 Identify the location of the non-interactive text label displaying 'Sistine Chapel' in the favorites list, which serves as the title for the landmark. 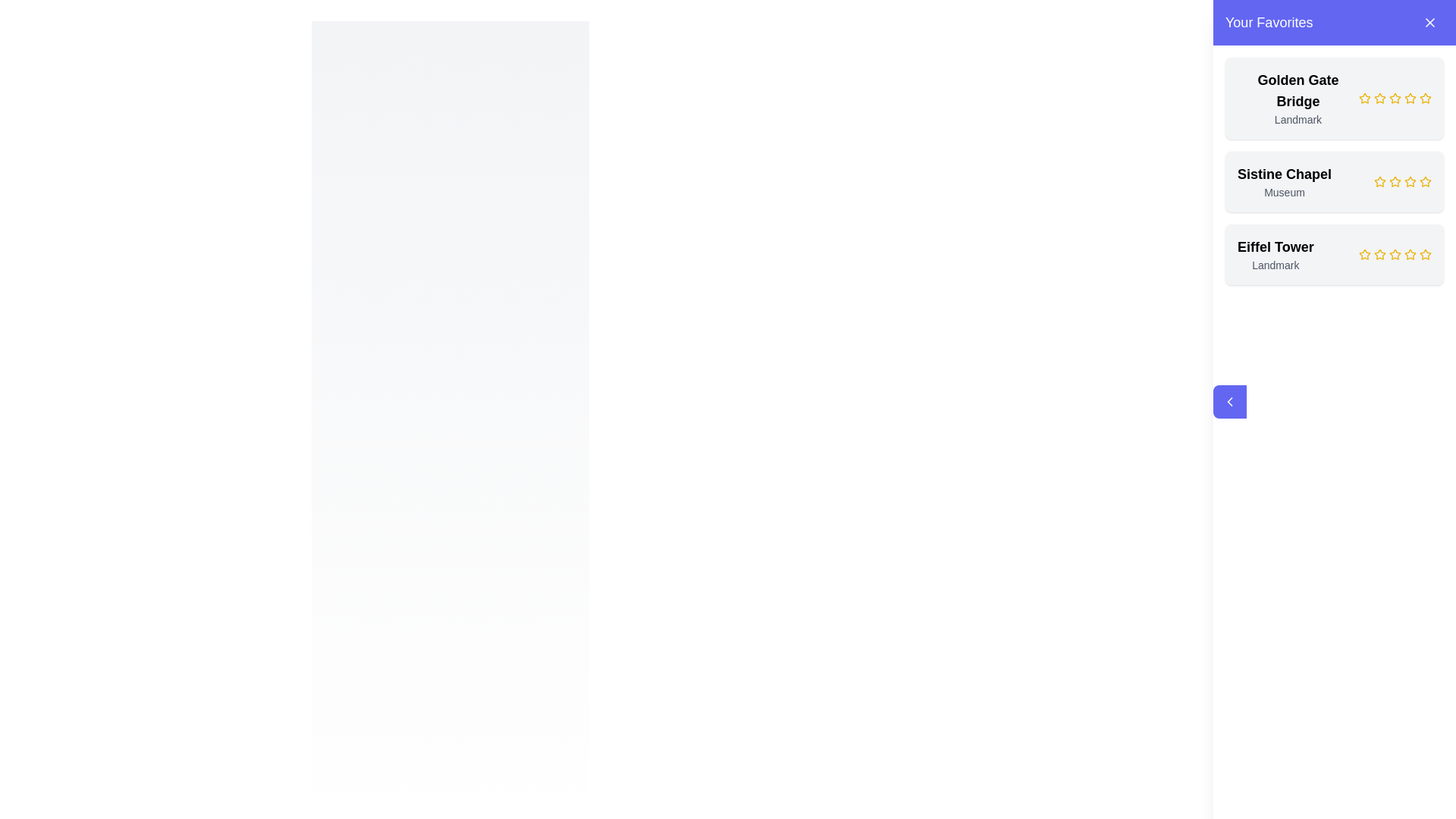
(1284, 174).